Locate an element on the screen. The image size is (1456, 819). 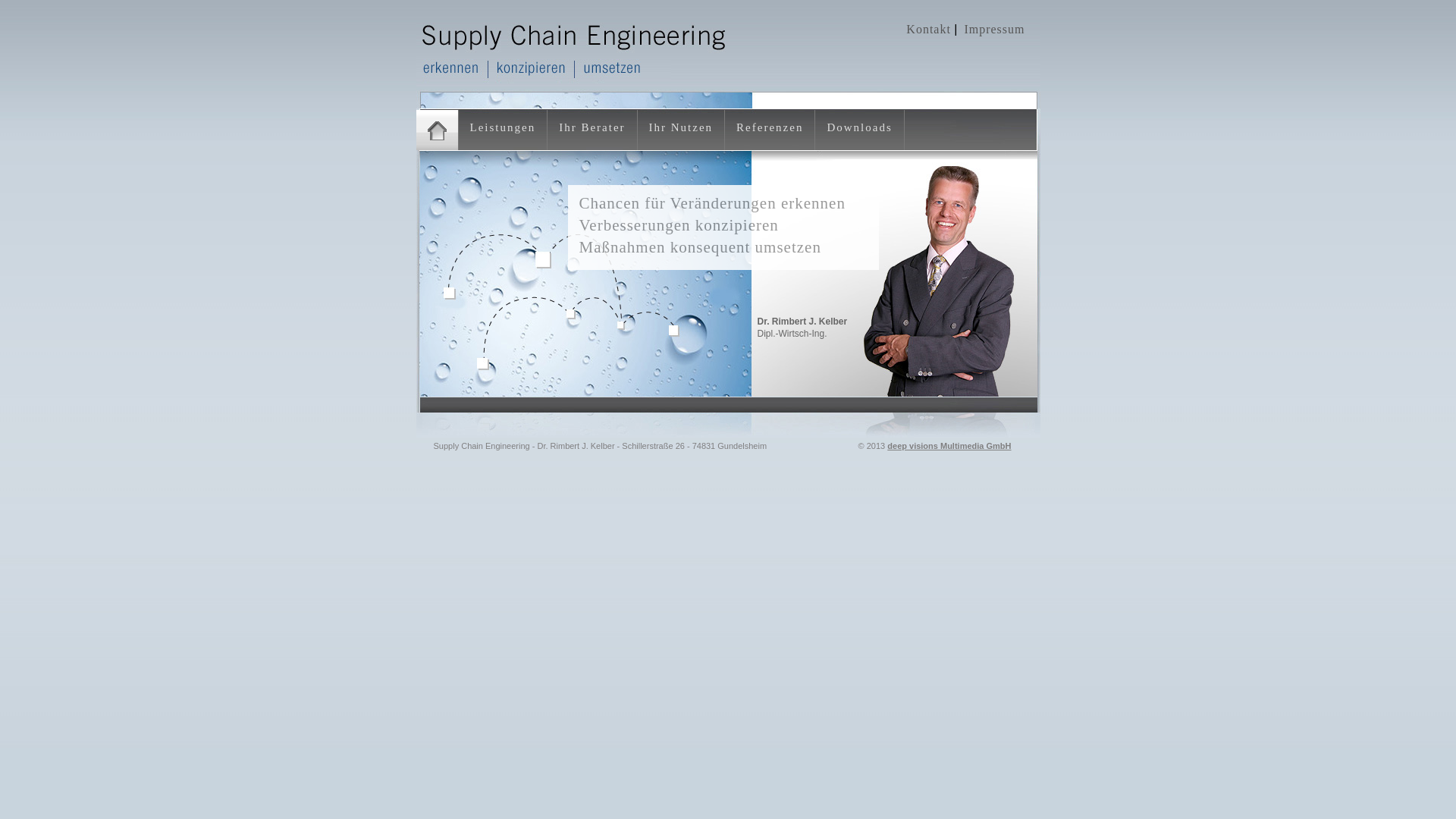
'Referenzen' is located at coordinates (769, 127).